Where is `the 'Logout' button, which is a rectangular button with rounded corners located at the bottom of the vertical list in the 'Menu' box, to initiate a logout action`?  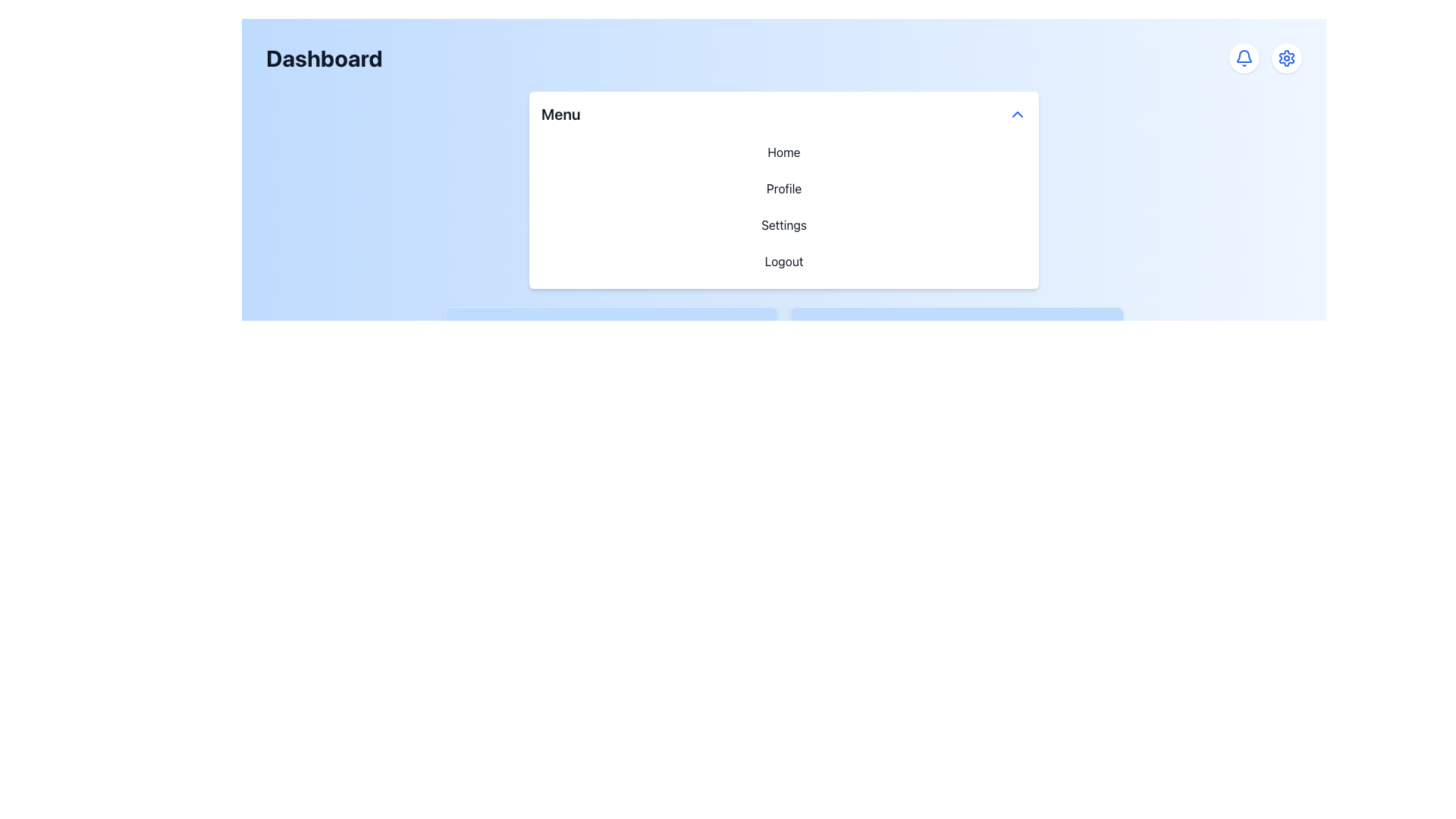 the 'Logout' button, which is a rectangular button with rounded corners located at the bottom of the vertical list in the 'Menu' box, to initiate a logout action is located at coordinates (783, 260).